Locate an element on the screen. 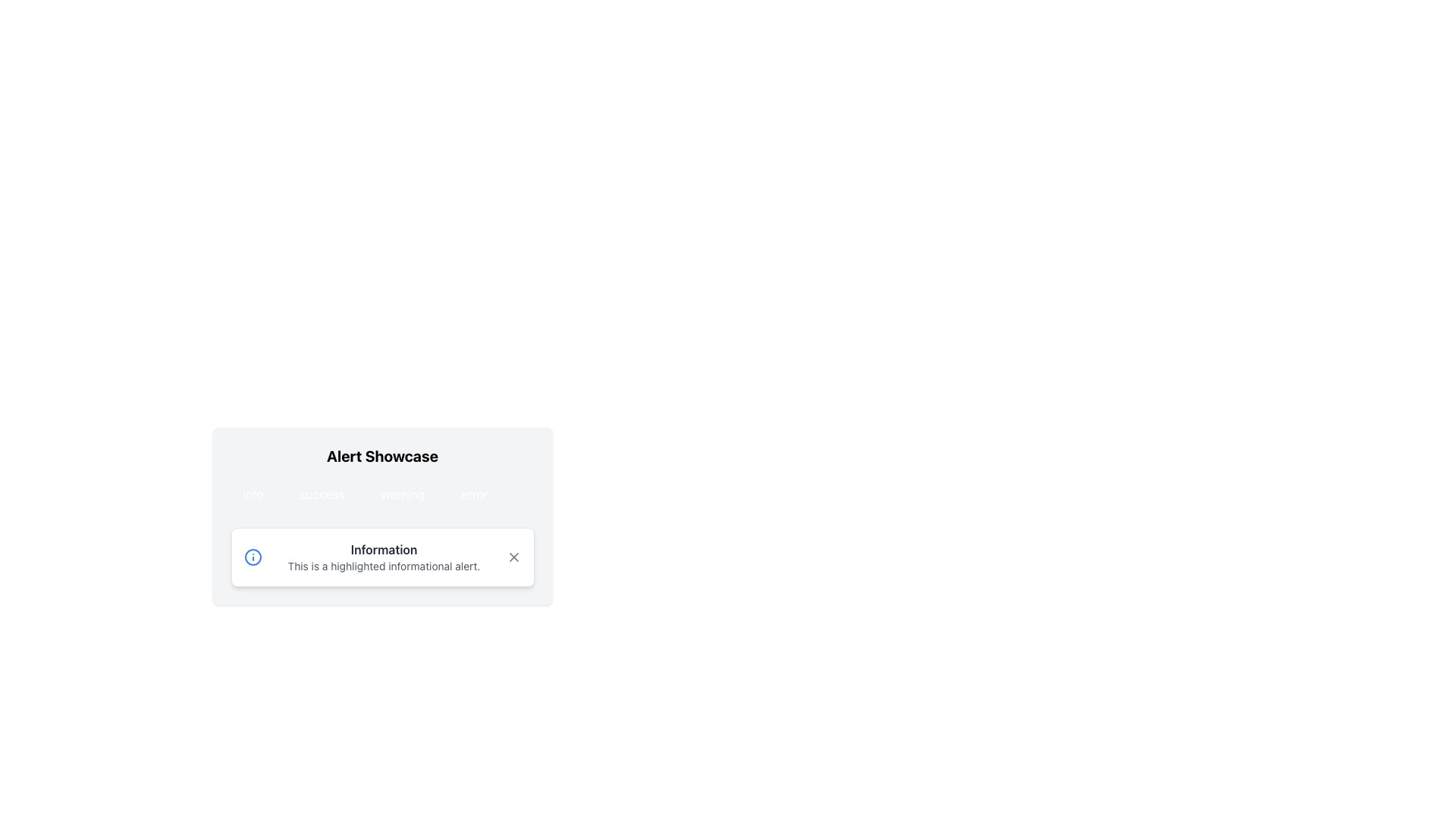 This screenshot has height=819, width=1456. text displayed in the rectangular text component that says 'This is a highlighted informational alert.' located within the alert box titled 'Information' is located at coordinates (384, 566).